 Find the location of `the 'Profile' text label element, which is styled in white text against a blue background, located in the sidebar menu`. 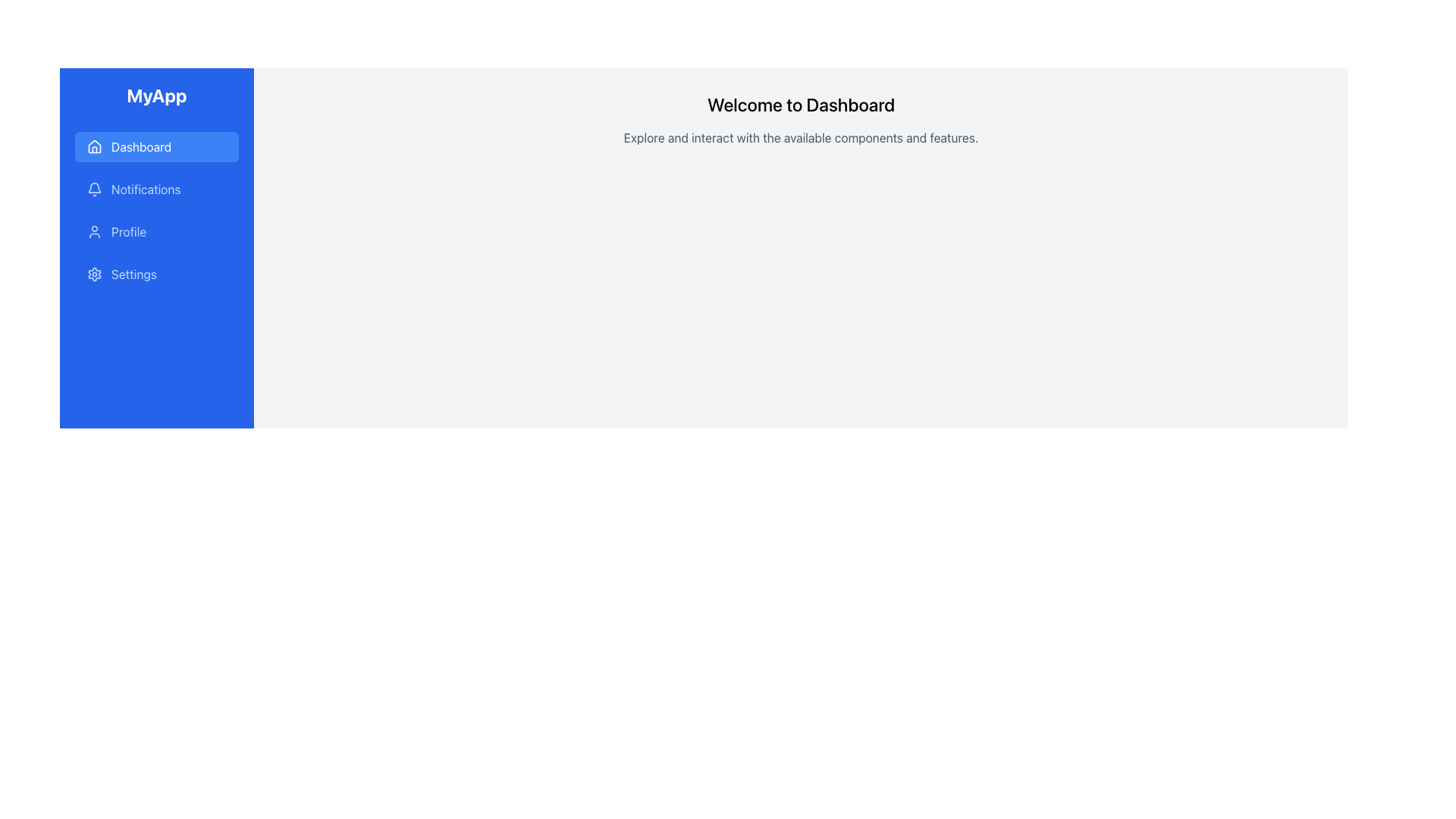

the 'Profile' text label element, which is styled in white text against a blue background, located in the sidebar menu is located at coordinates (129, 231).